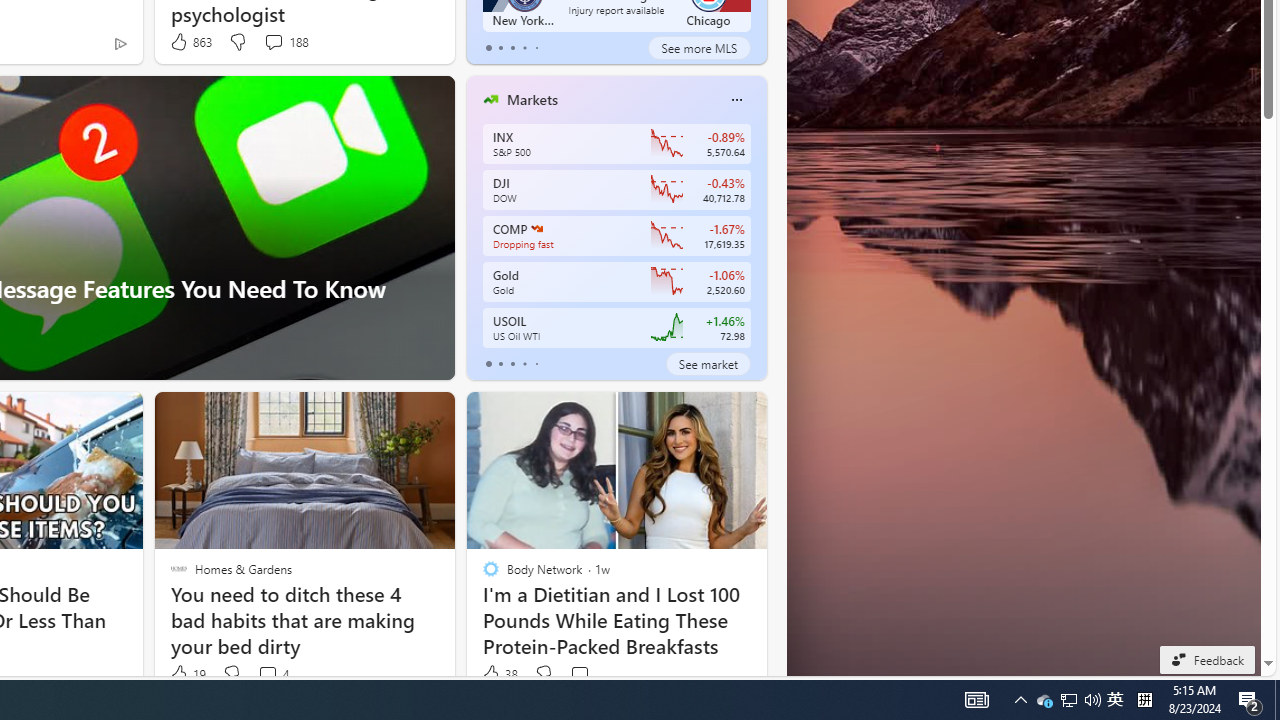 This screenshot has height=720, width=1280. I want to click on 'Class: icon-img', so click(735, 100).